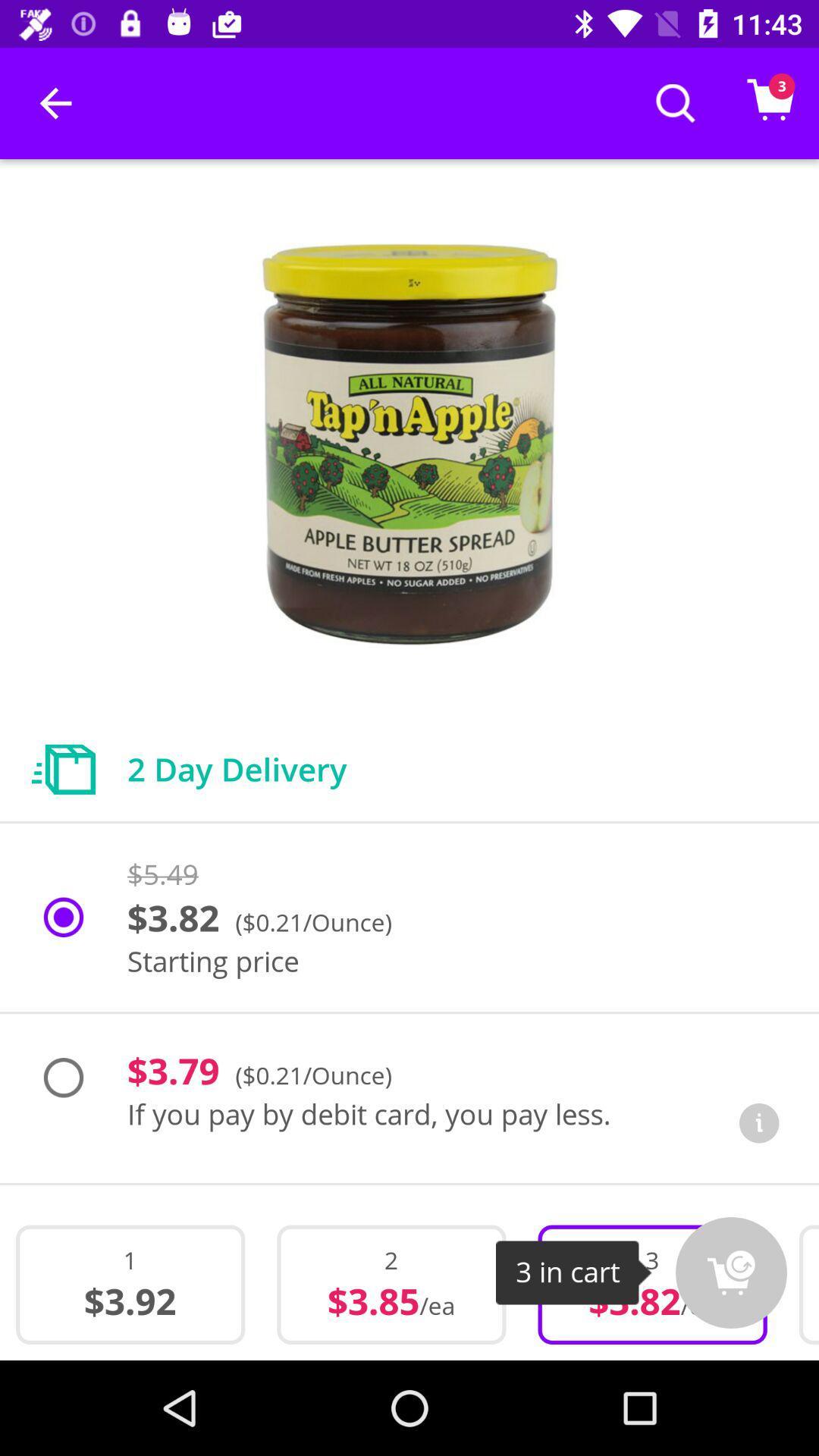  What do you see at coordinates (730, 1272) in the screenshot?
I see `the icon next to the 3 item` at bounding box center [730, 1272].